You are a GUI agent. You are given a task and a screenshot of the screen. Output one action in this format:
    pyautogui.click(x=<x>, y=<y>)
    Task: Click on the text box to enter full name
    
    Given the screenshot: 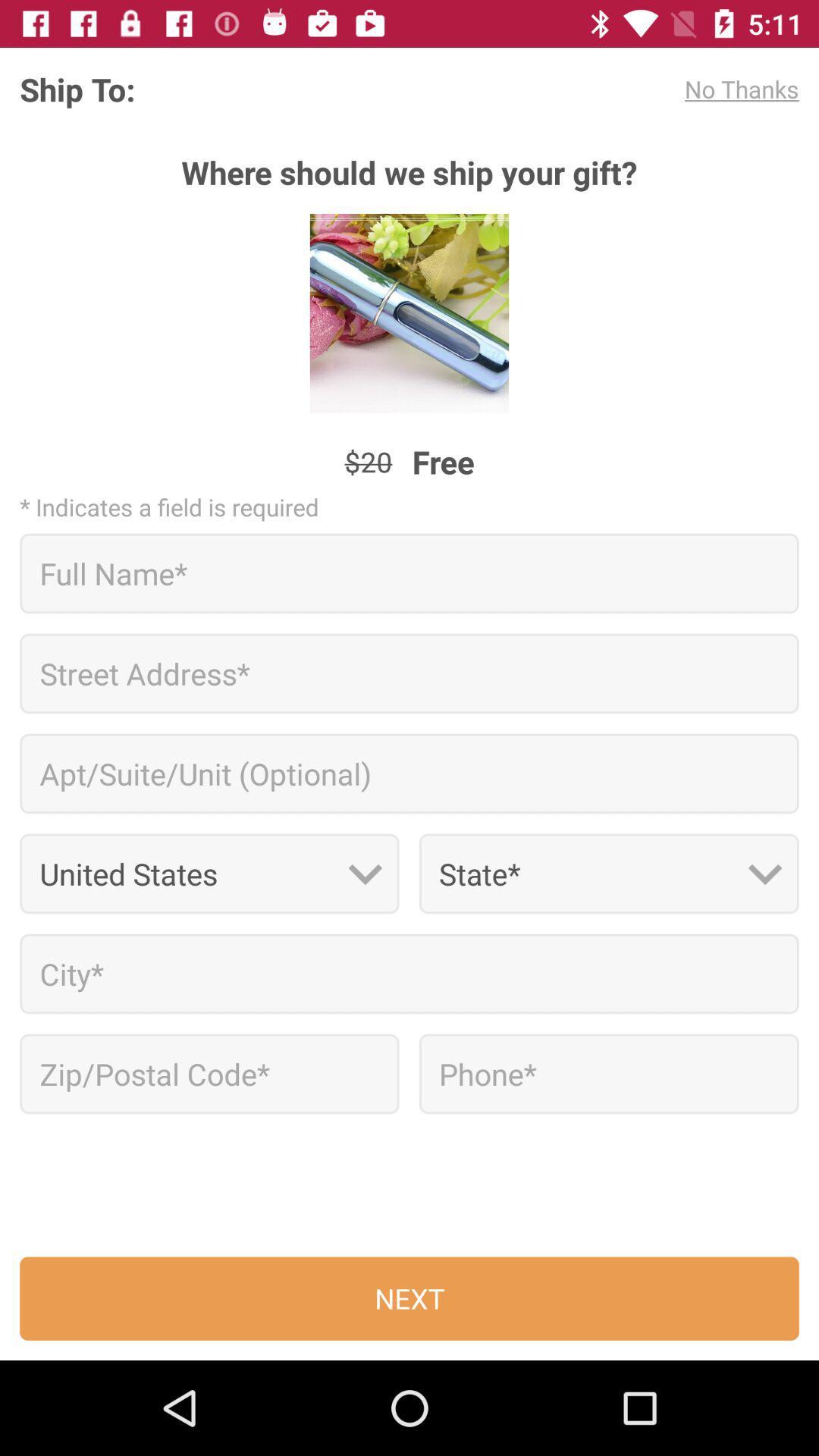 What is the action you would take?
    pyautogui.click(x=409, y=573)
    